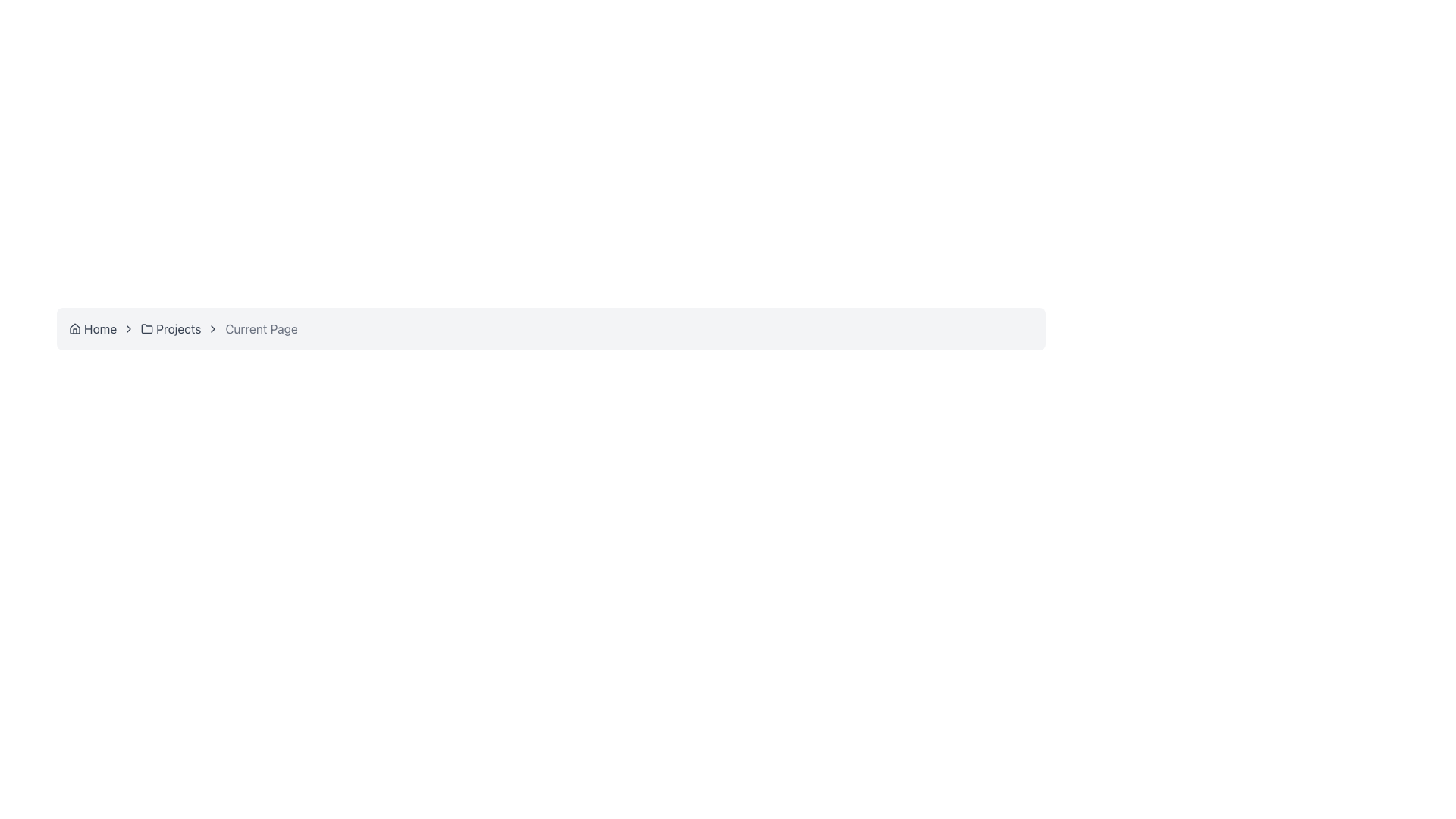  What do you see at coordinates (262, 328) in the screenshot?
I see `the text element indicating the user's current location in the breadcrumb navigation, which is the last item after 'Projects'` at bounding box center [262, 328].